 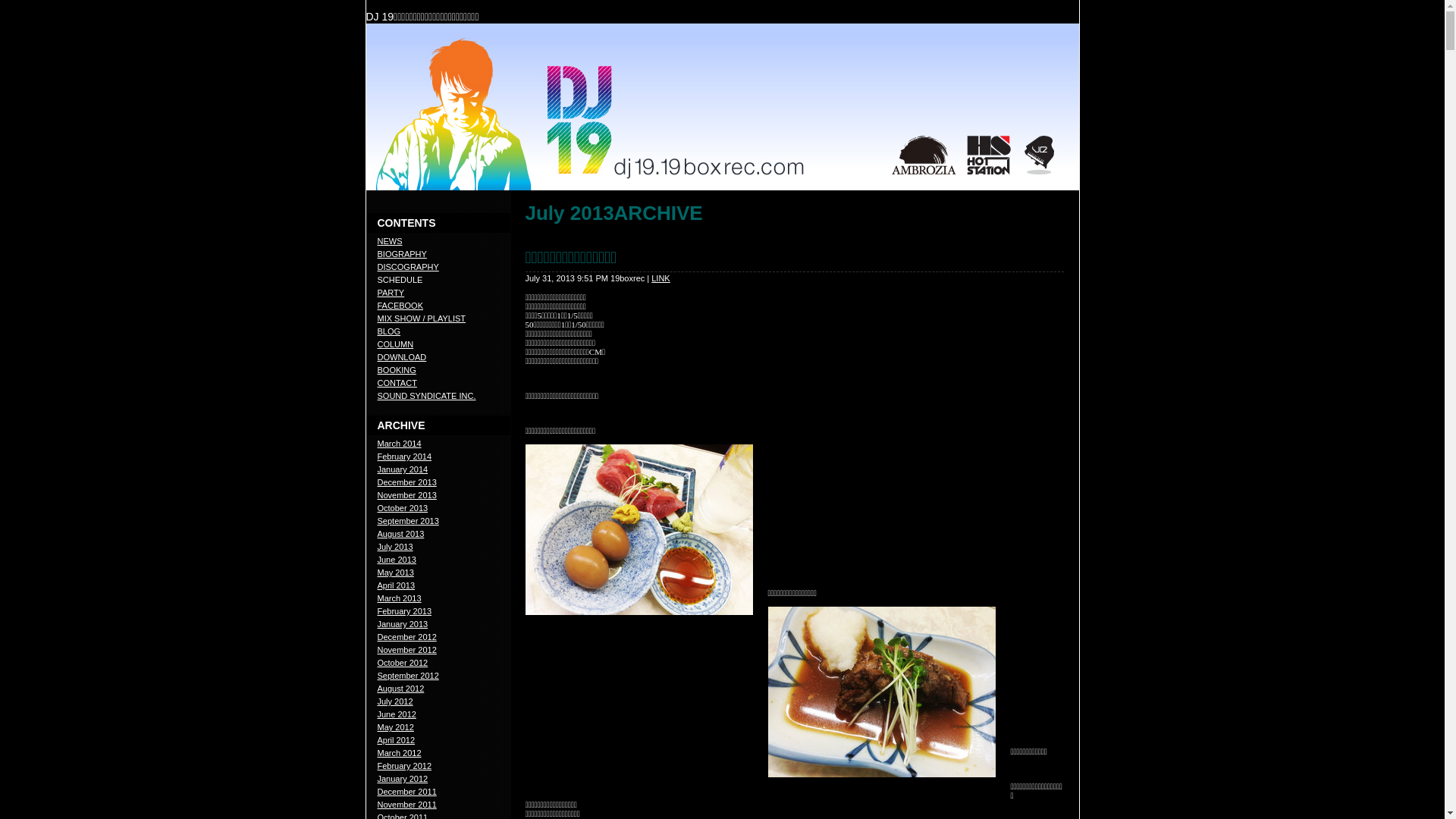 What do you see at coordinates (390, 240) in the screenshot?
I see `'NEWS'` at bounding box center [390, 240].